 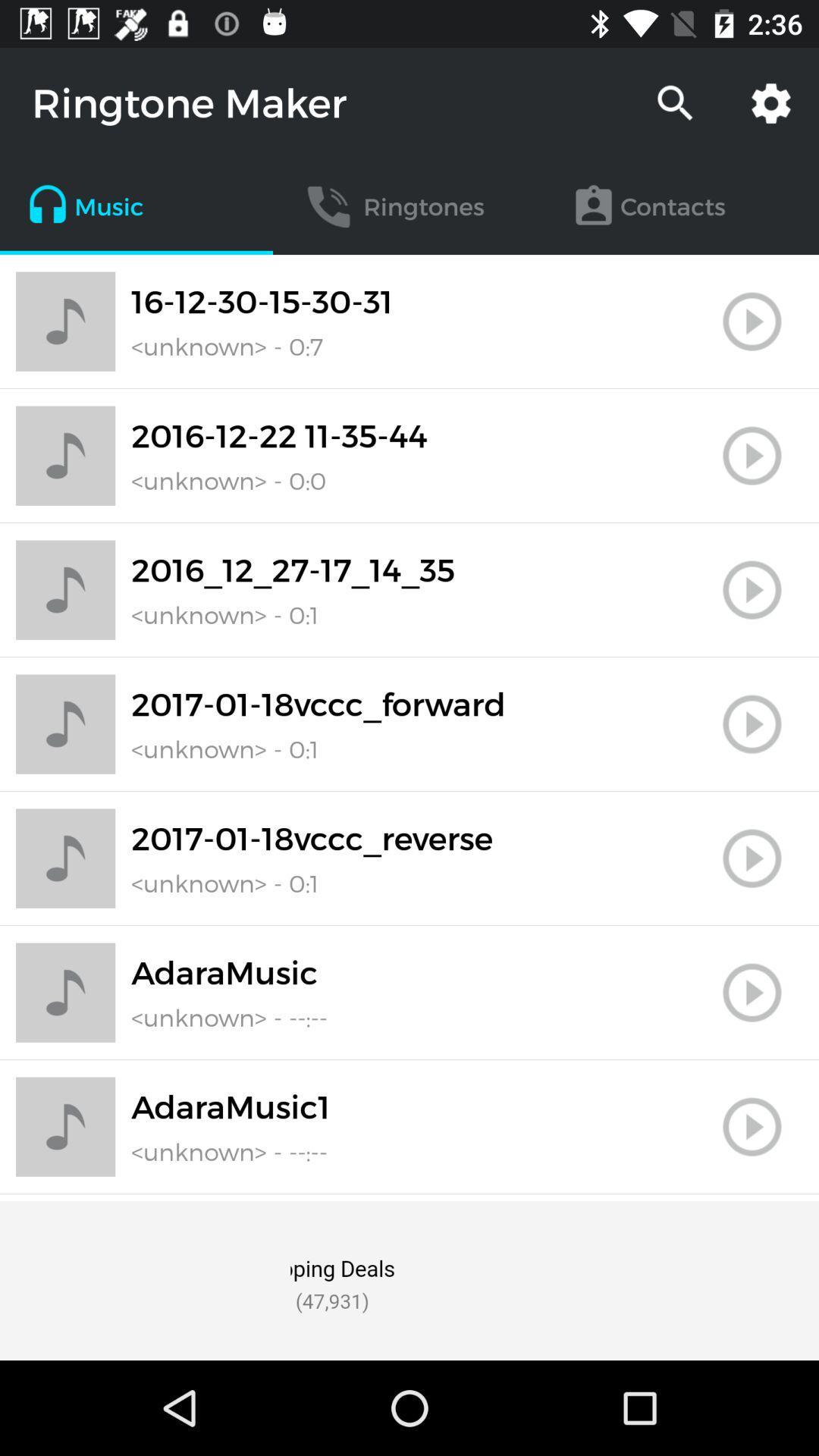 I want to click on the play button, so click(x=752, y=455).